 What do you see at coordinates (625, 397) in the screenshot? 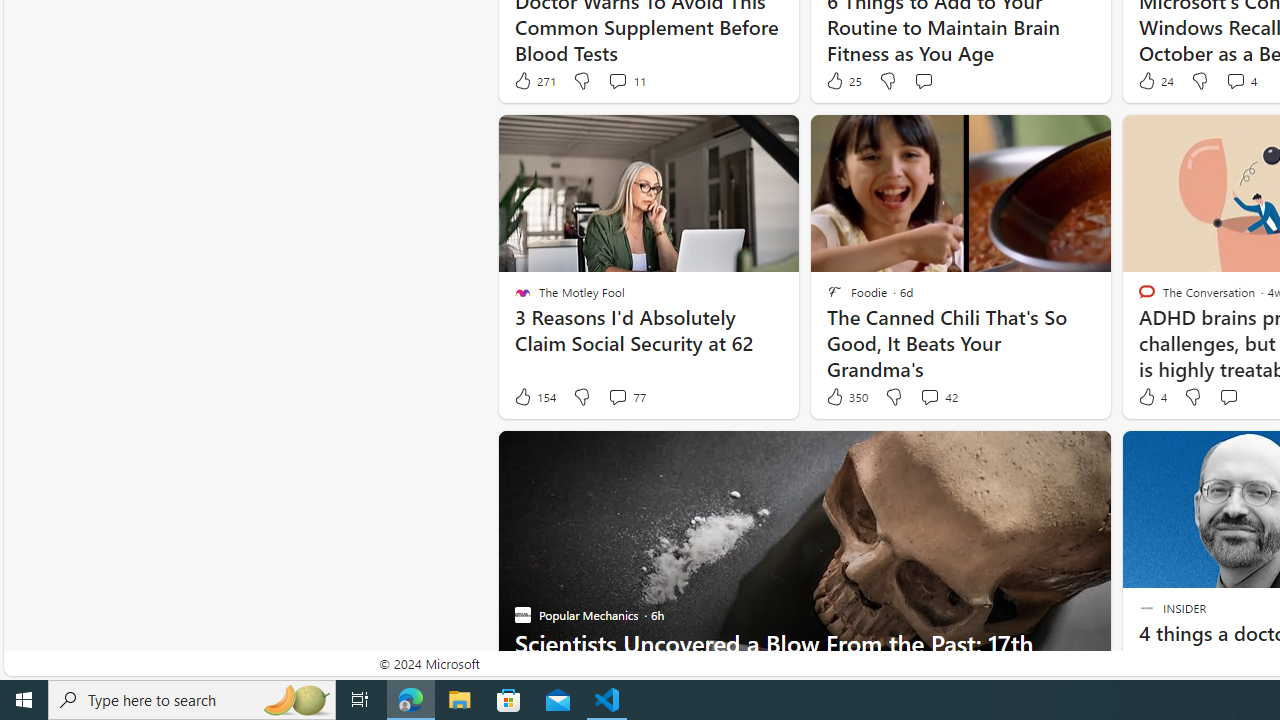
I see `'View comments 77 Comment'` at bounding box center [625, 397].